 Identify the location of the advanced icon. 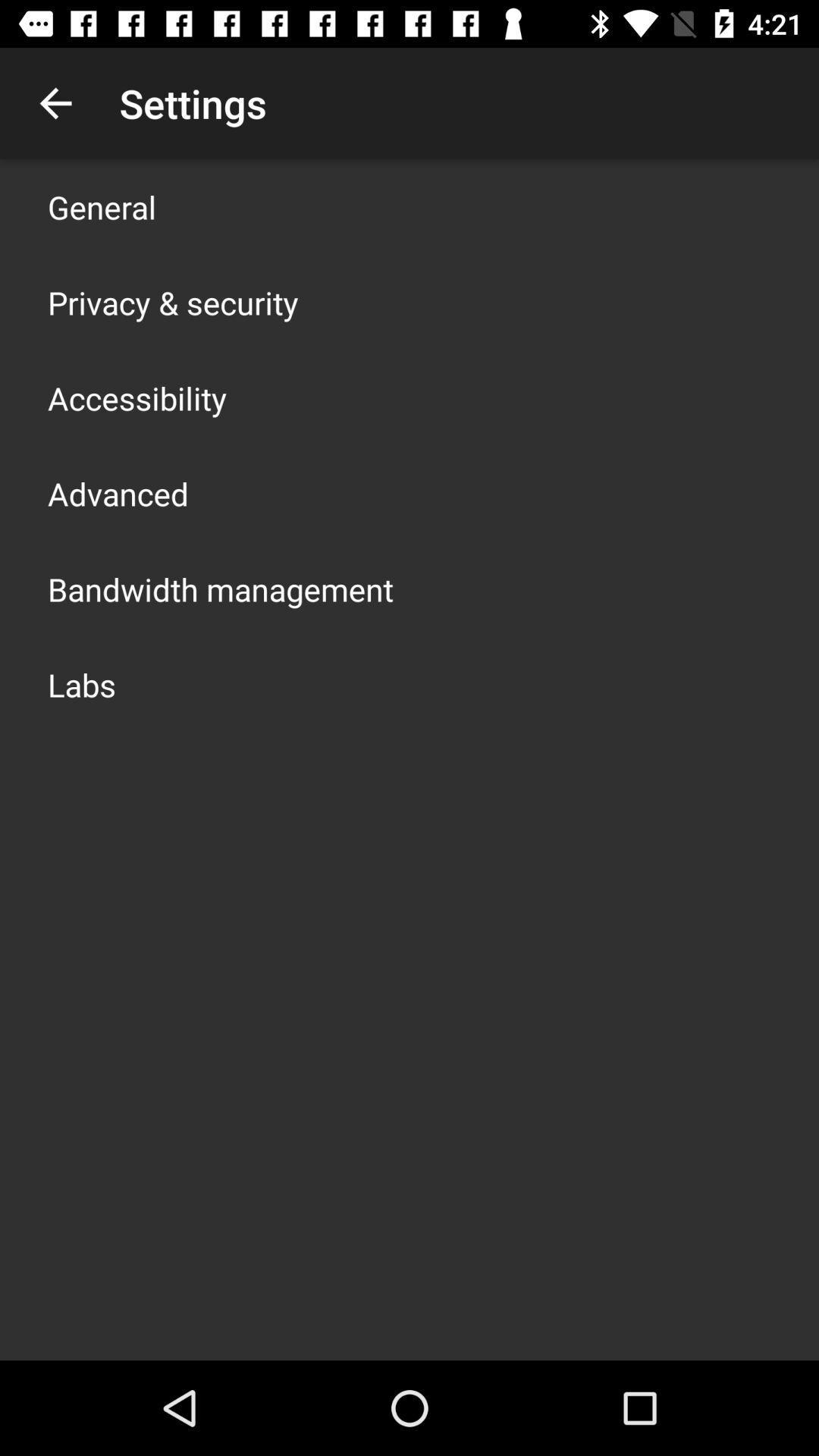
(117, 494).